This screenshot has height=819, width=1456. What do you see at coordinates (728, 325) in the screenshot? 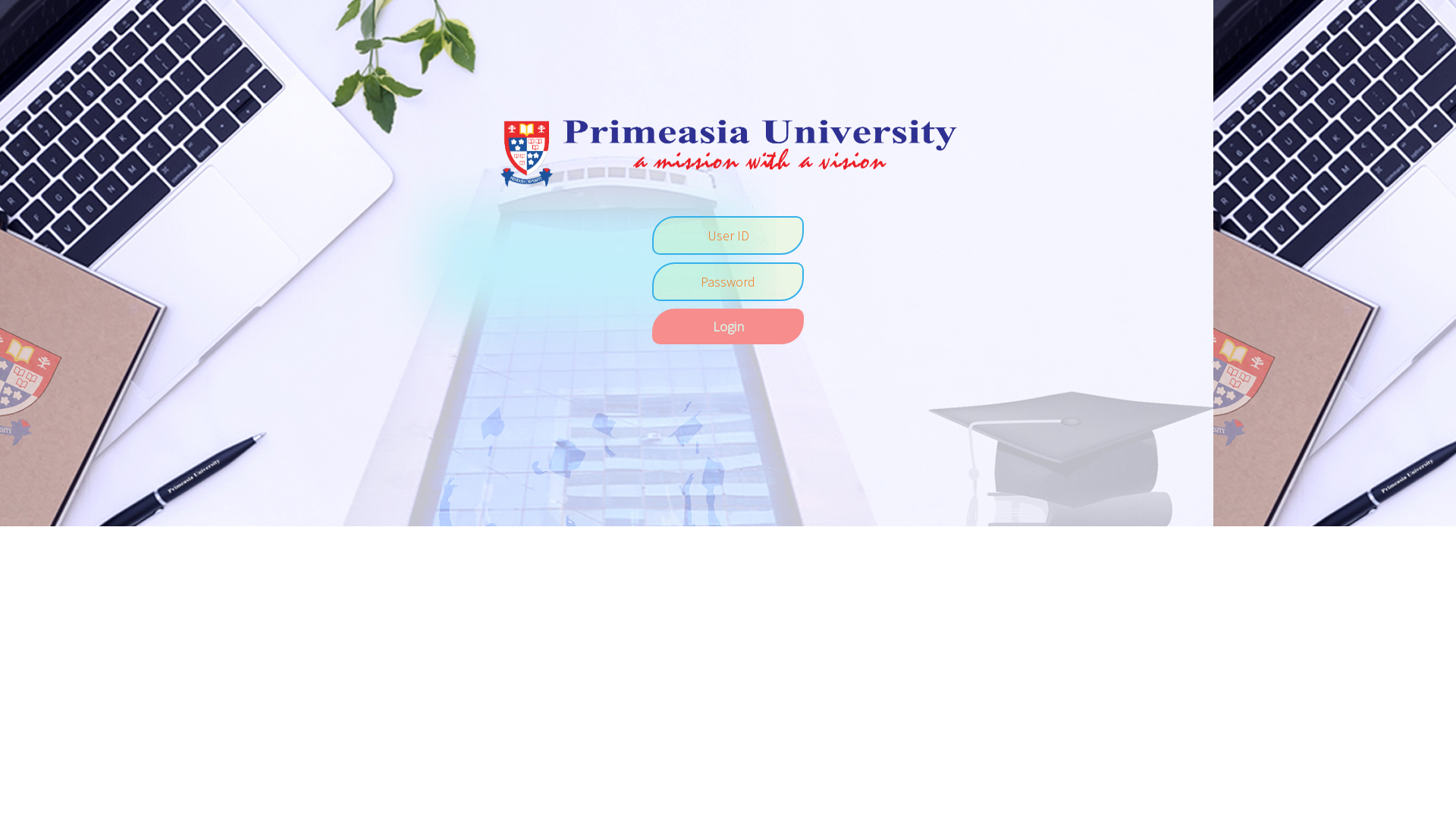
I see `'Login'` at bounding box center [728, 325].